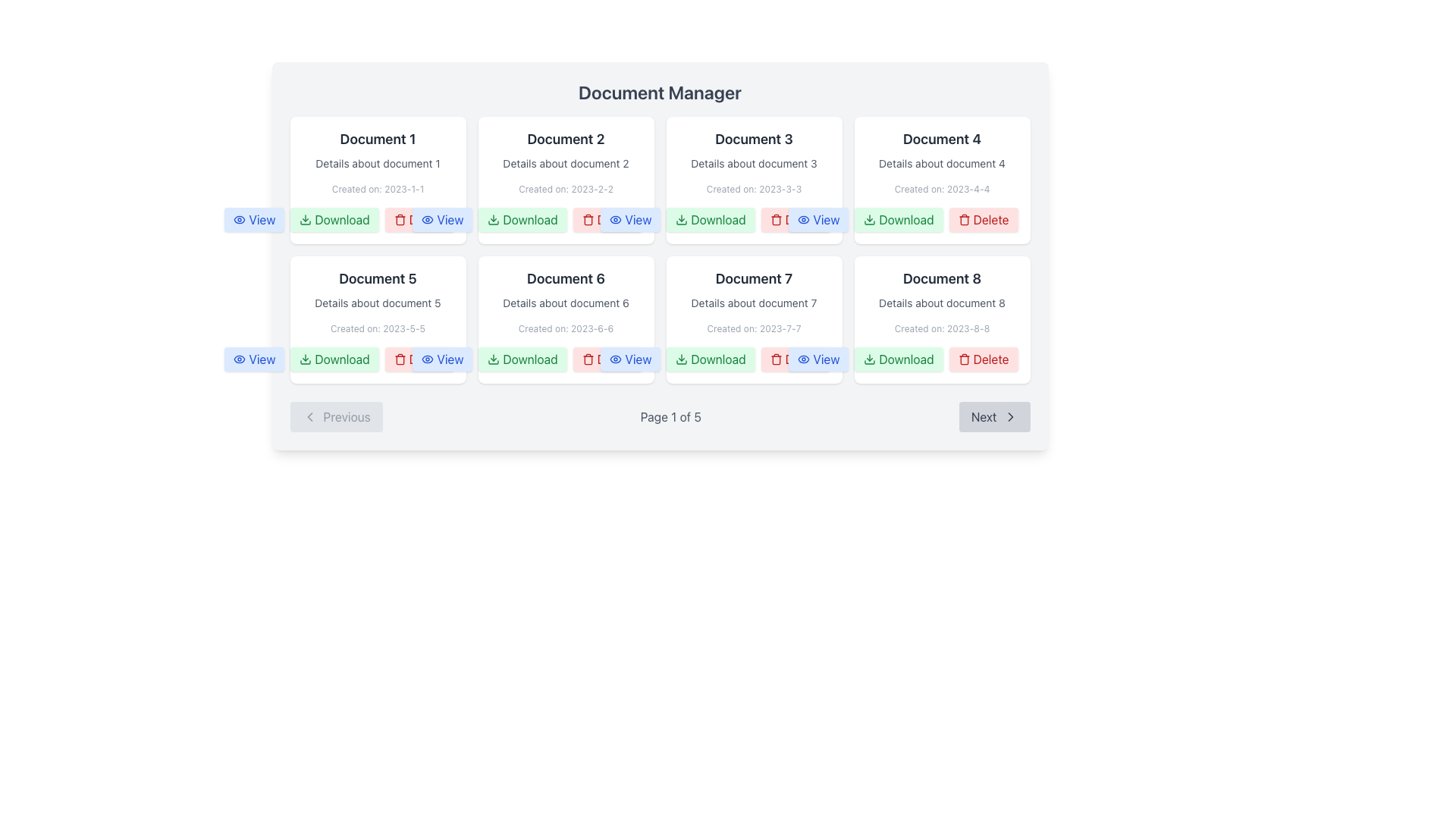  What do you see at coordinates (941, 303) in the screenshot?
I see `the static text label providing additional information about 'Document 8' located in the middle of the card, below the title and above the creation date` at bounding box center [941, 303].